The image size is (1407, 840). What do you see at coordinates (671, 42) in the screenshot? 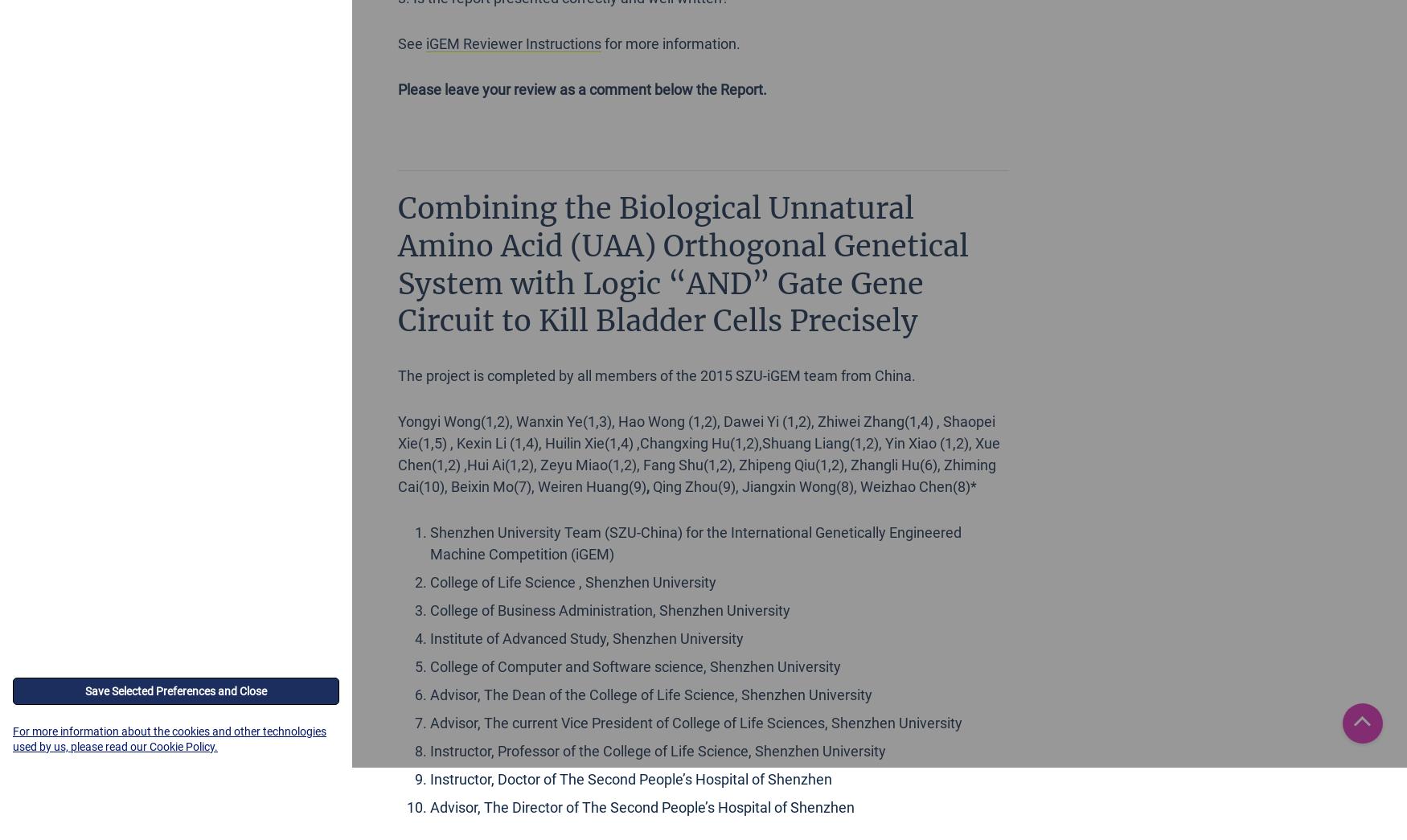
I see `'for more information.'` at bounding box center [671, 42].